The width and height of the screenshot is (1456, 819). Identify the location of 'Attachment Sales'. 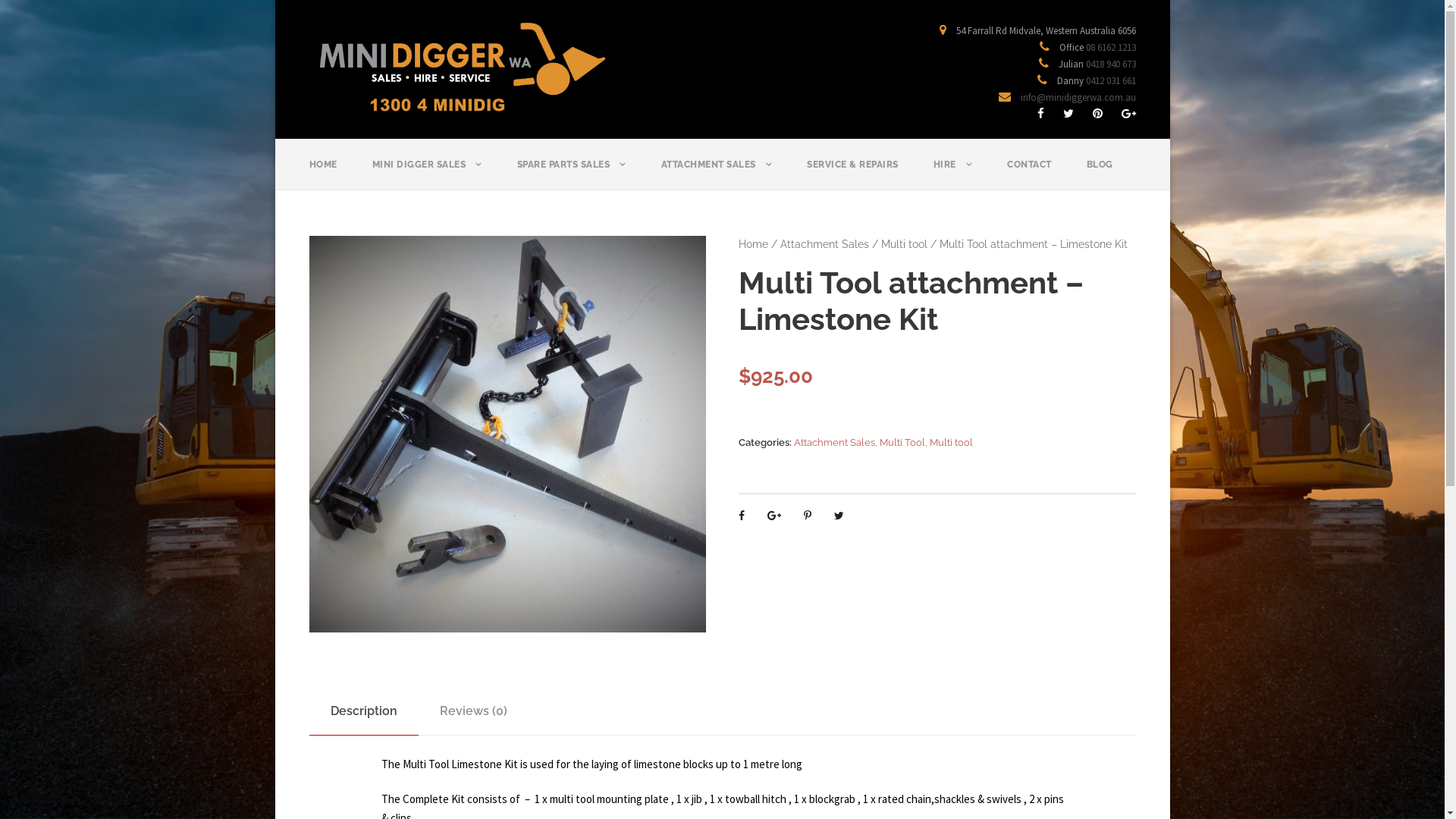
(833, 442).